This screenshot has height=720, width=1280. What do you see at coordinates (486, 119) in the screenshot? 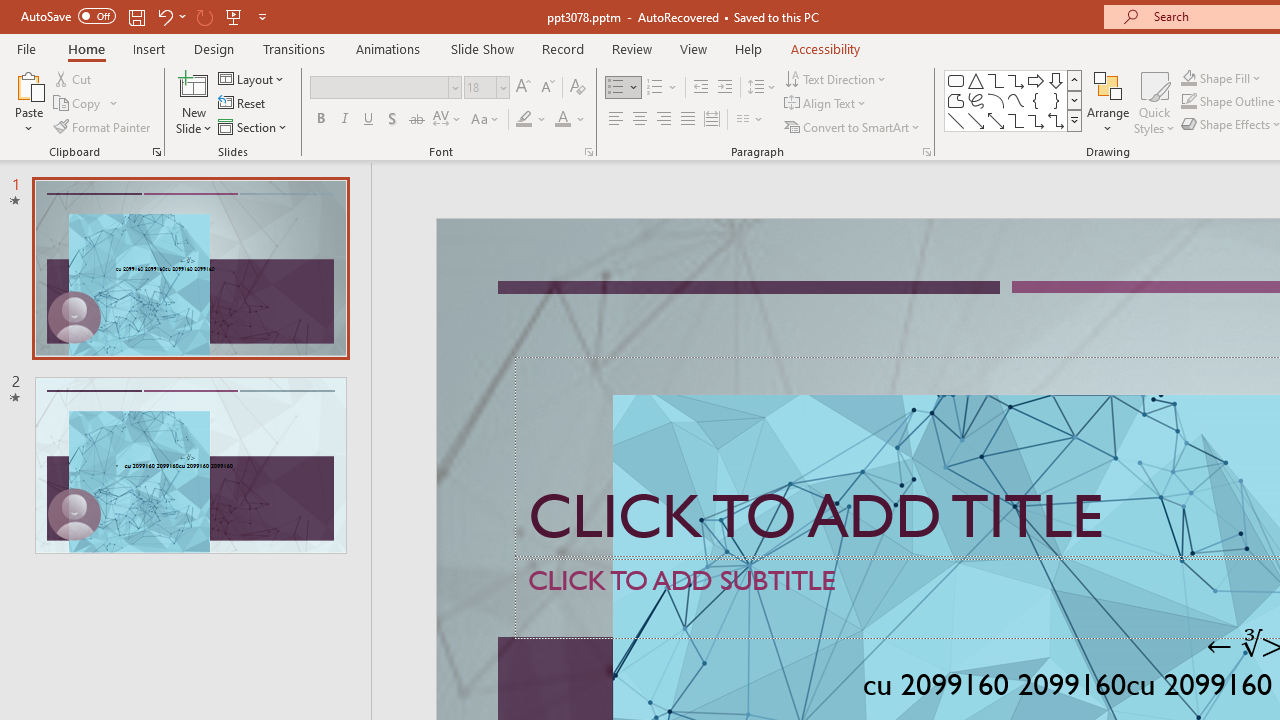
I see `'Change Case'` at bounding box center [486, 119].